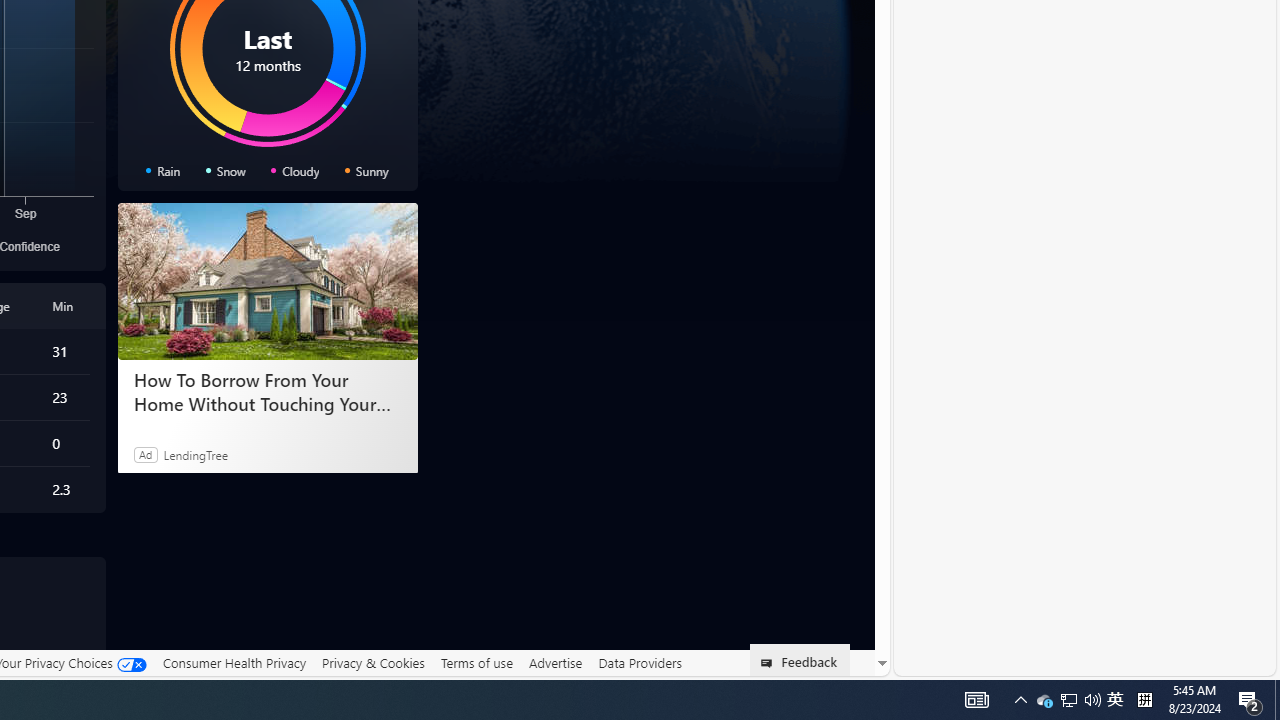  I want to click on 'Data Providers', so click(640, 662).